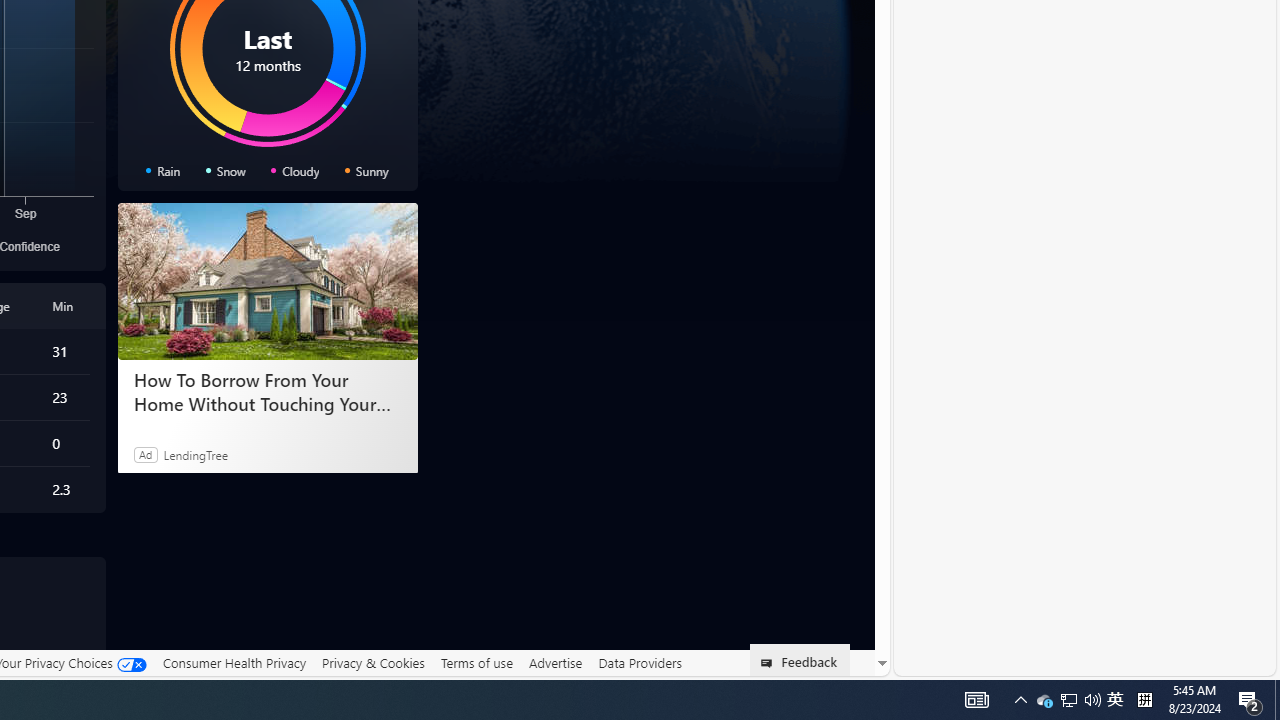  I want to click on 'Data Providers', so click(640, 662).